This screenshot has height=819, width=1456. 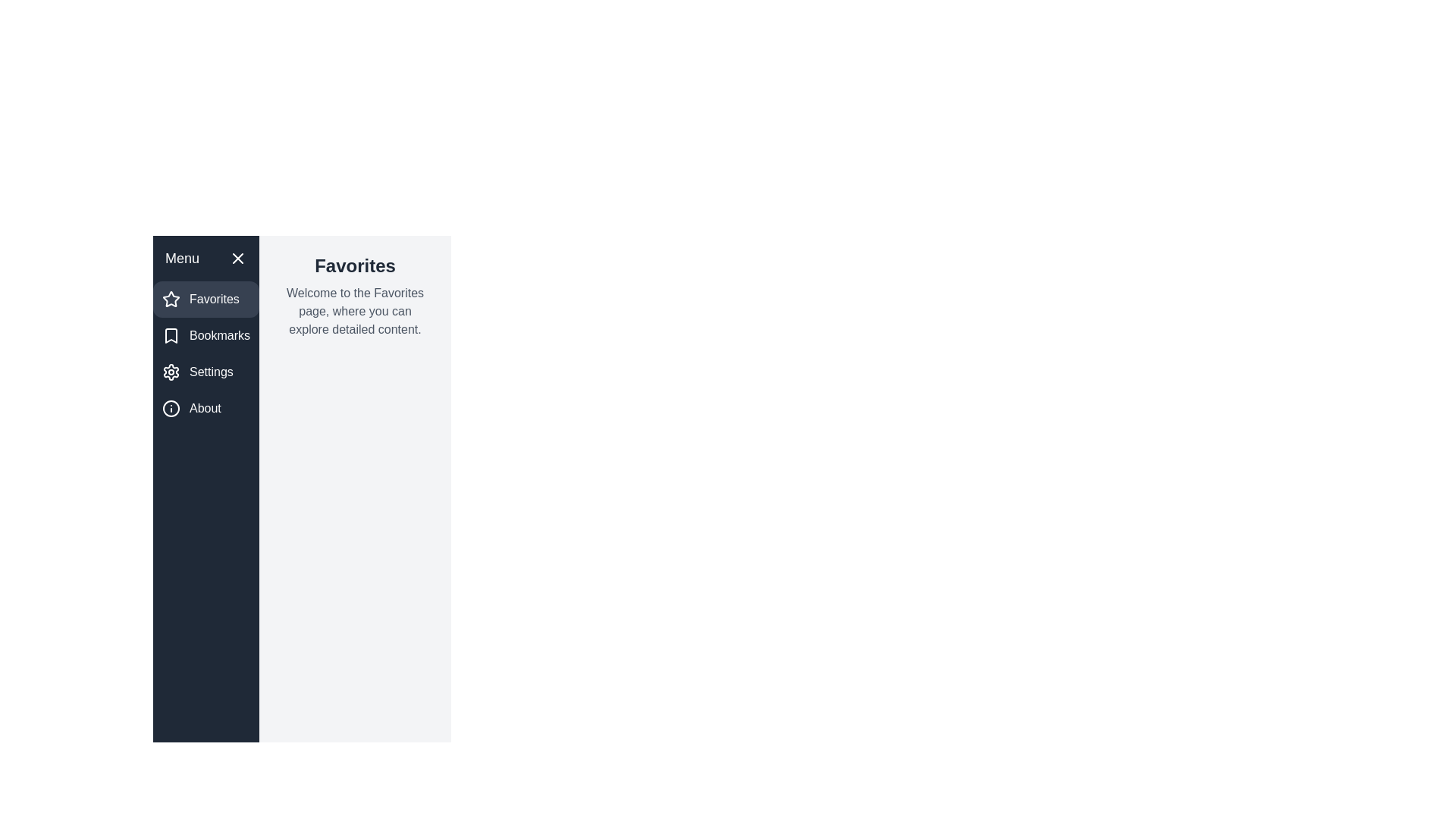 I want to click on the gear-shaped icon in the sidebar menu, which represents settings and is located next to the 'Settings' text, so click(x=171, y=372).